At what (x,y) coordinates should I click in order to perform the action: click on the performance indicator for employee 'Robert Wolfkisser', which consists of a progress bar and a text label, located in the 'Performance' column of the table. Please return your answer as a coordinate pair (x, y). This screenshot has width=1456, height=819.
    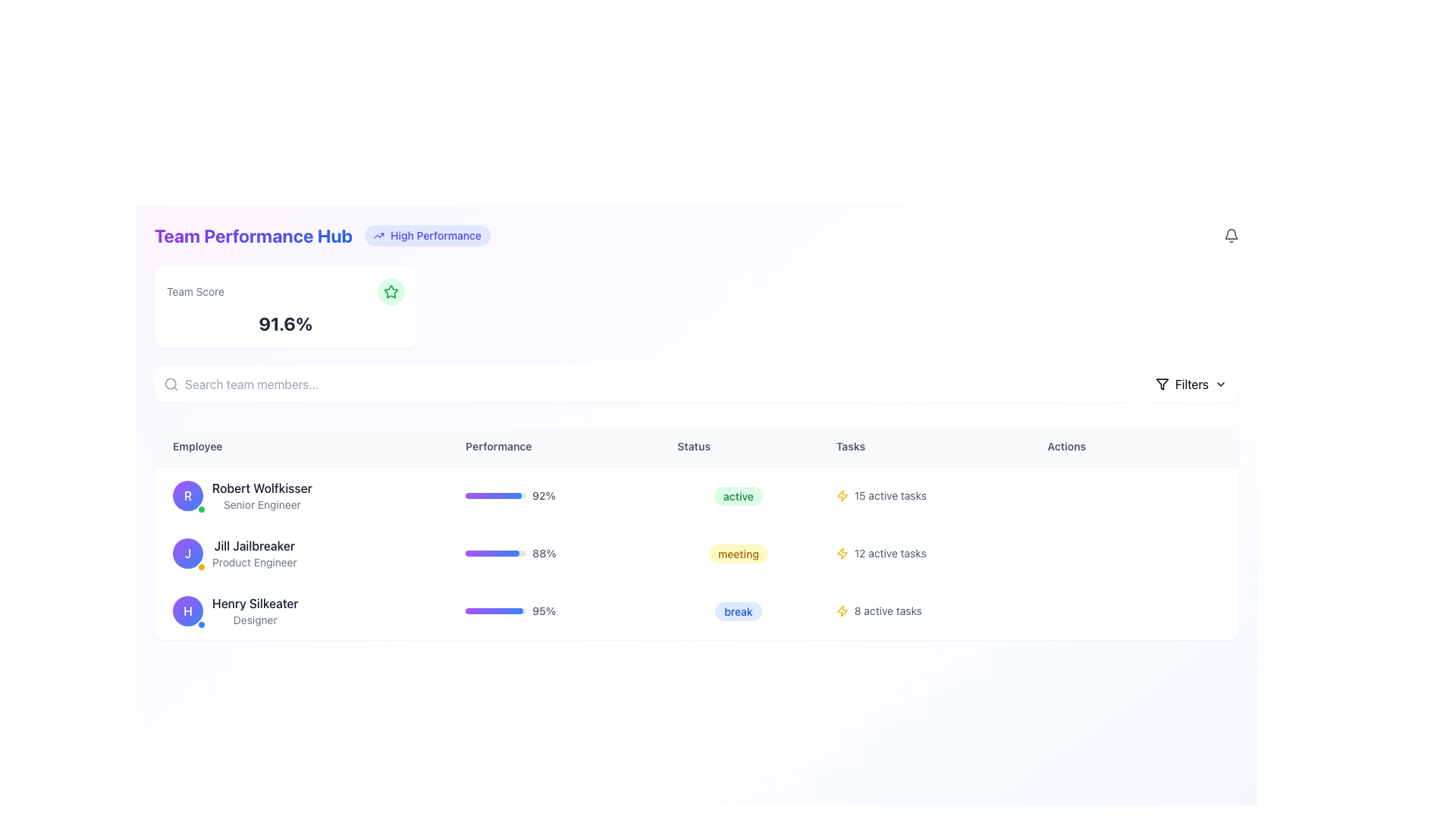
    Looking at the image, I should click on (552, 495).